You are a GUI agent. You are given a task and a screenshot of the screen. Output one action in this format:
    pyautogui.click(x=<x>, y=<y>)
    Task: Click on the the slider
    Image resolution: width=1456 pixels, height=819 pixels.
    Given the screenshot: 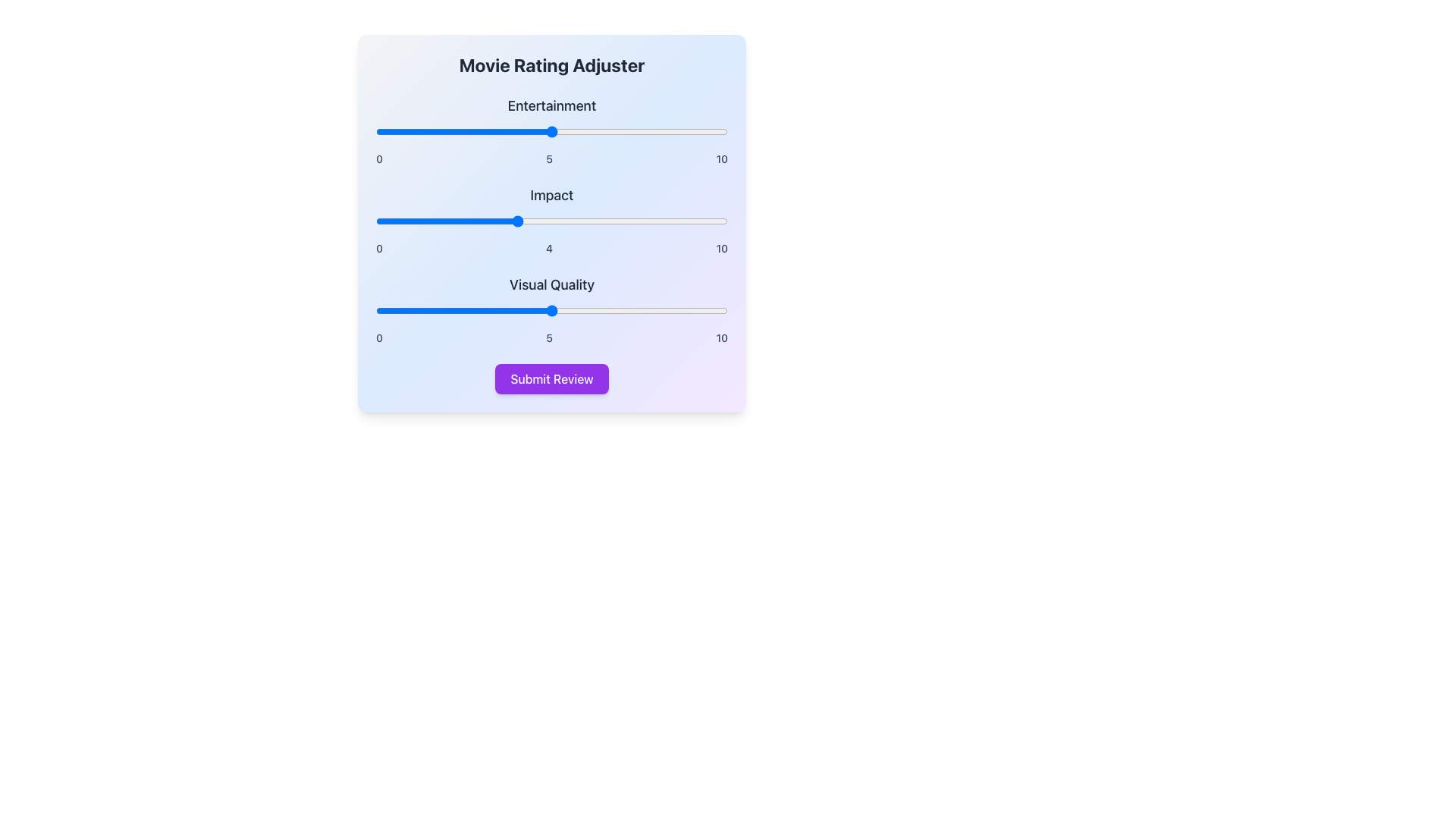 What is the action you would take?
    pyautogui.click(x=551, y=309)
    